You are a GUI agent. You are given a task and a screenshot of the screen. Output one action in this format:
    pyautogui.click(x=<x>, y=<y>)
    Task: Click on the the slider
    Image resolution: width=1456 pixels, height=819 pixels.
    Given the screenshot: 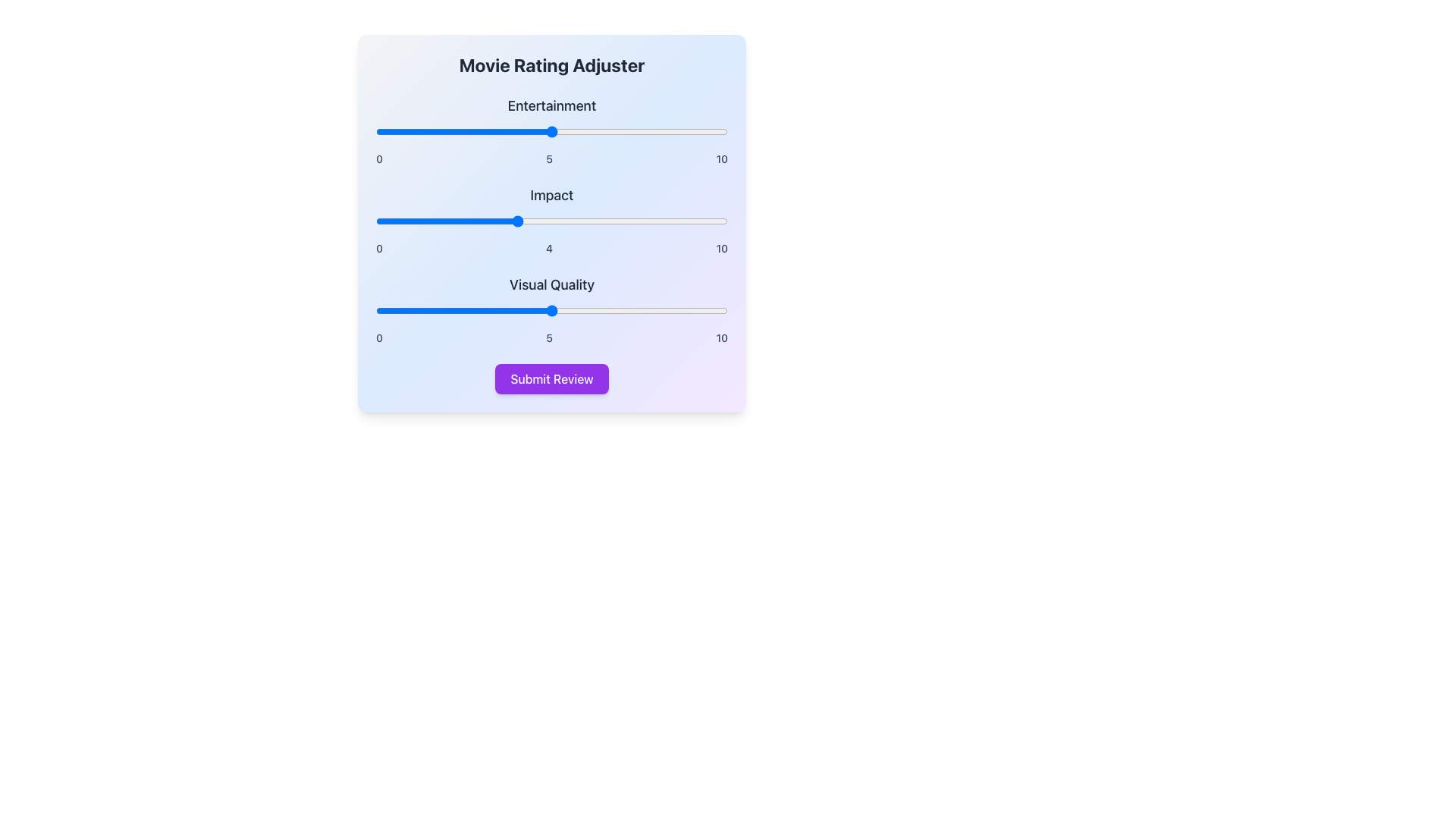 What is the action you would take?
    pyautogui.click(x=551, y=309)
    